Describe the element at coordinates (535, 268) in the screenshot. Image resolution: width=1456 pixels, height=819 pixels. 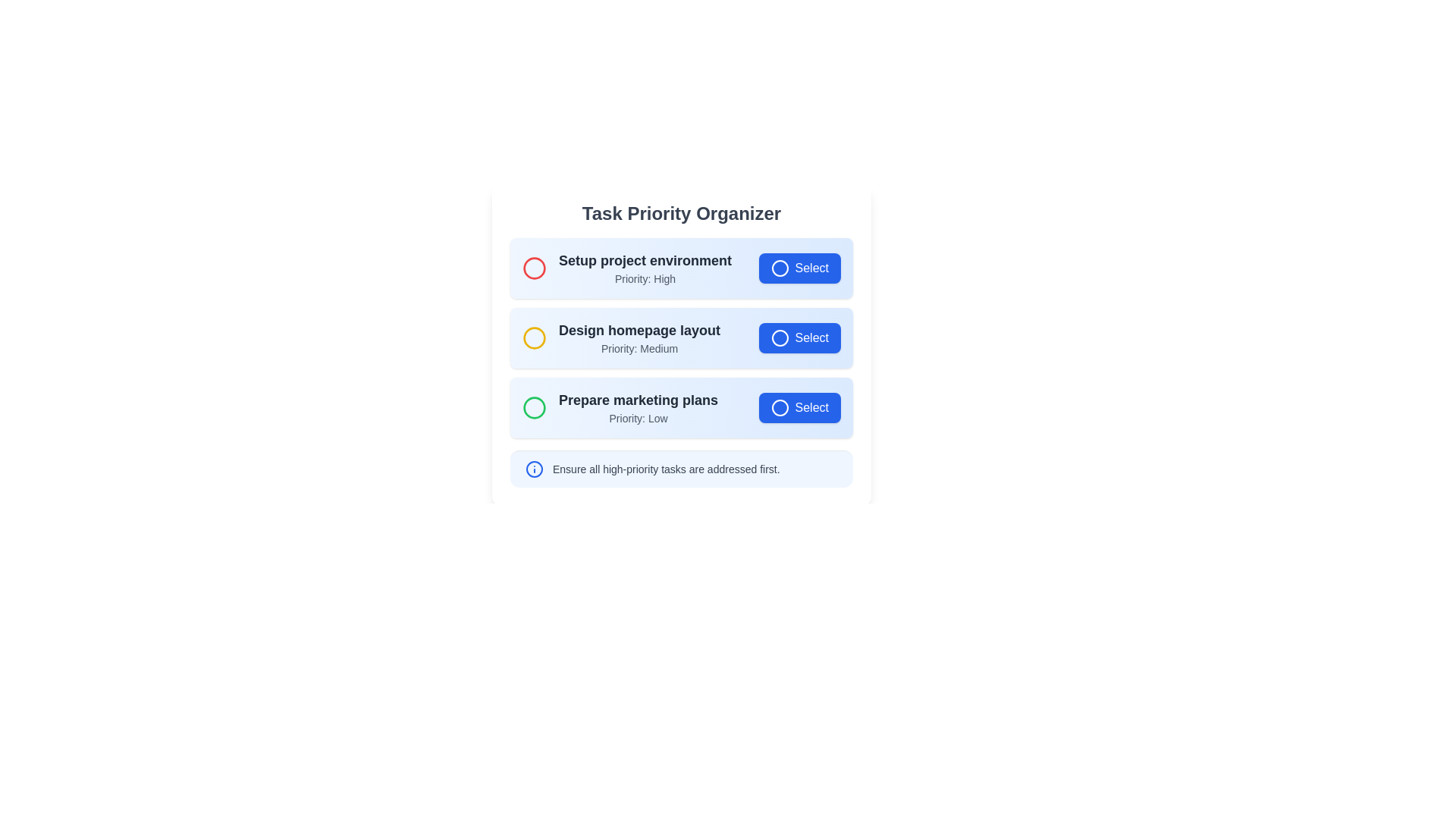
I see `the priority status icon, which is the first in a column and is red, indicating high priority for the task 'Setup project environment'` at that location.